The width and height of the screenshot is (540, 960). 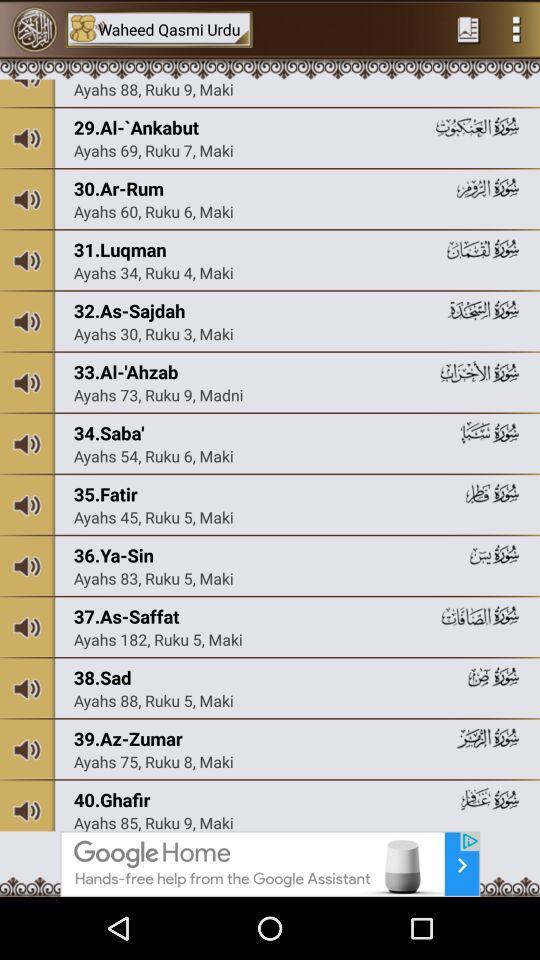 What do you see at coordinates (516, 28) in the screenshot?
I see `setting and privacy` at bounding box center [516, 28].